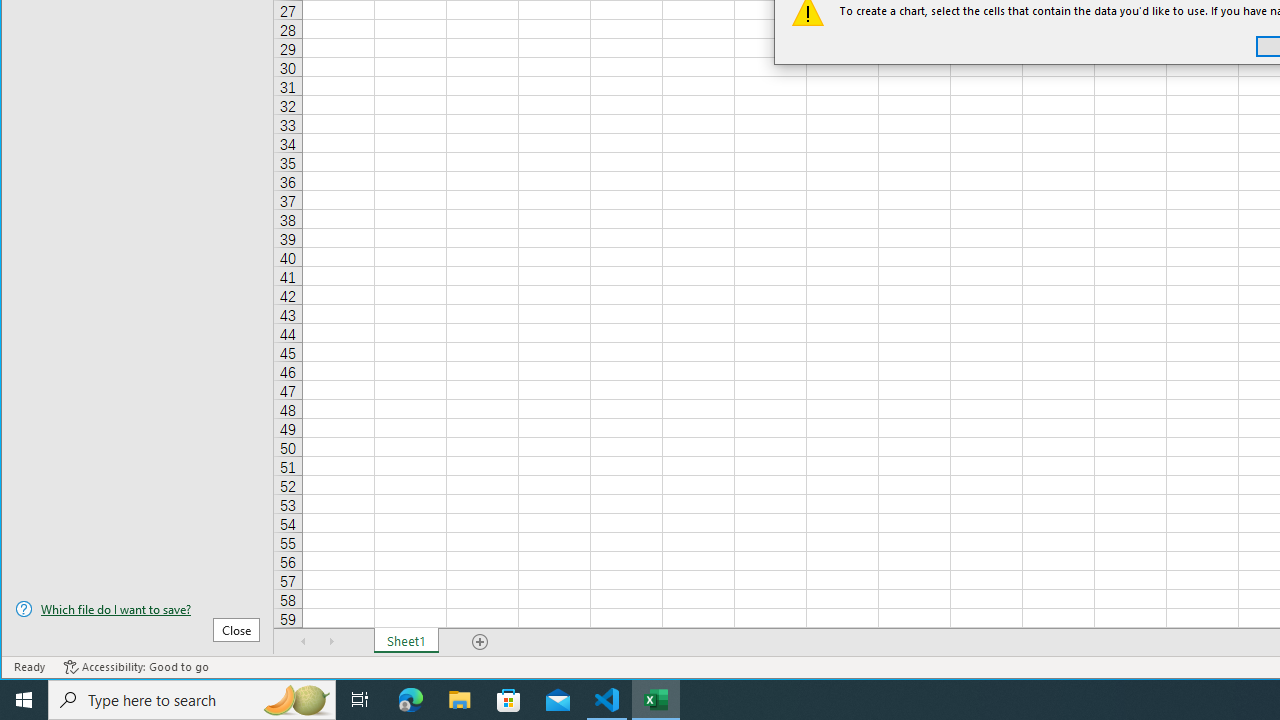 This screenshot has height=720, width=1280. Describe the element at coordinates (136, 608) in the screenshot. I see `'Which file do I want to save?'` at that location.